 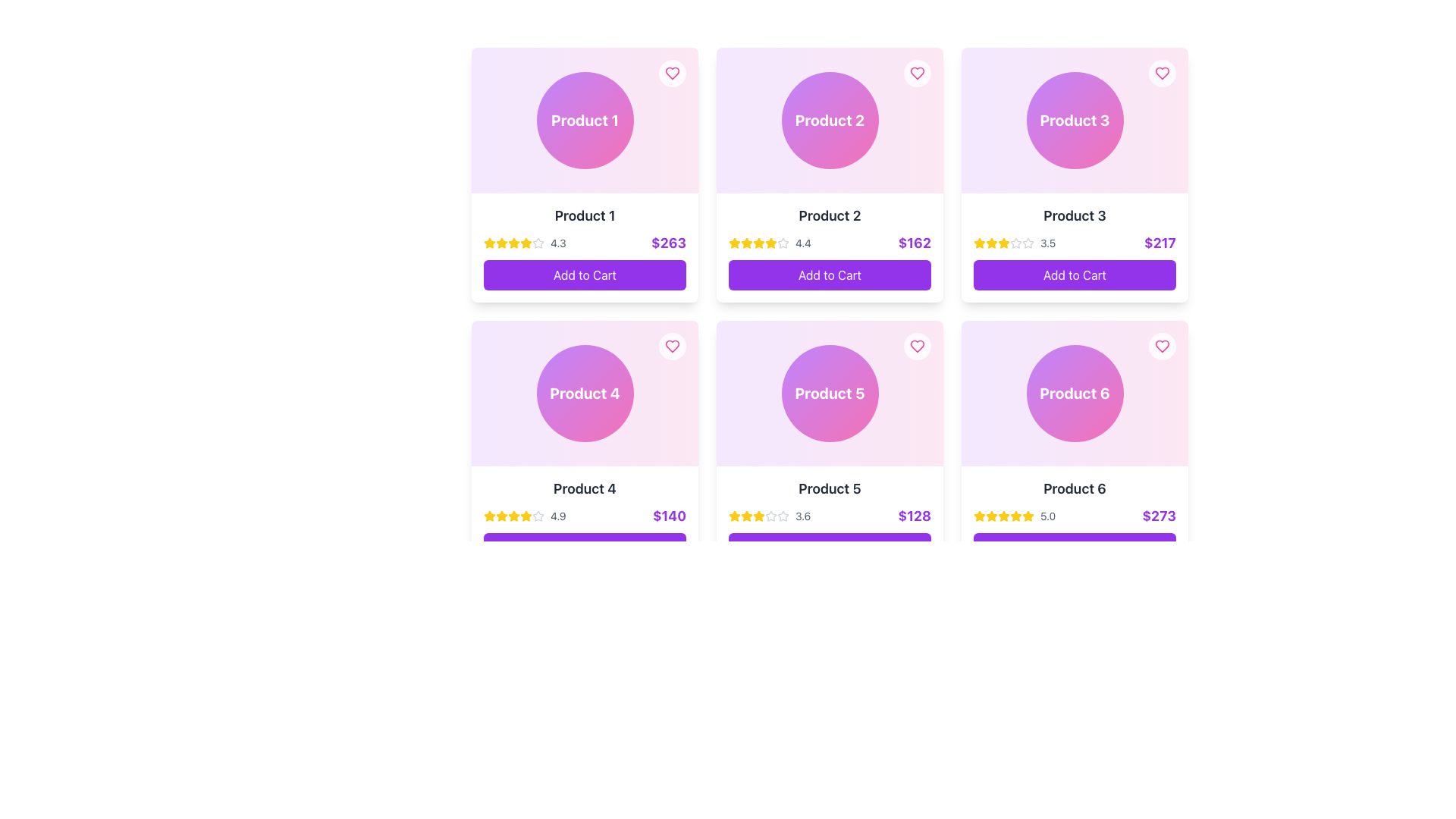 I want to click on the leftmost star icon in the rating section of 'Product 4' to provide a rating, so click(x=502, y=515).